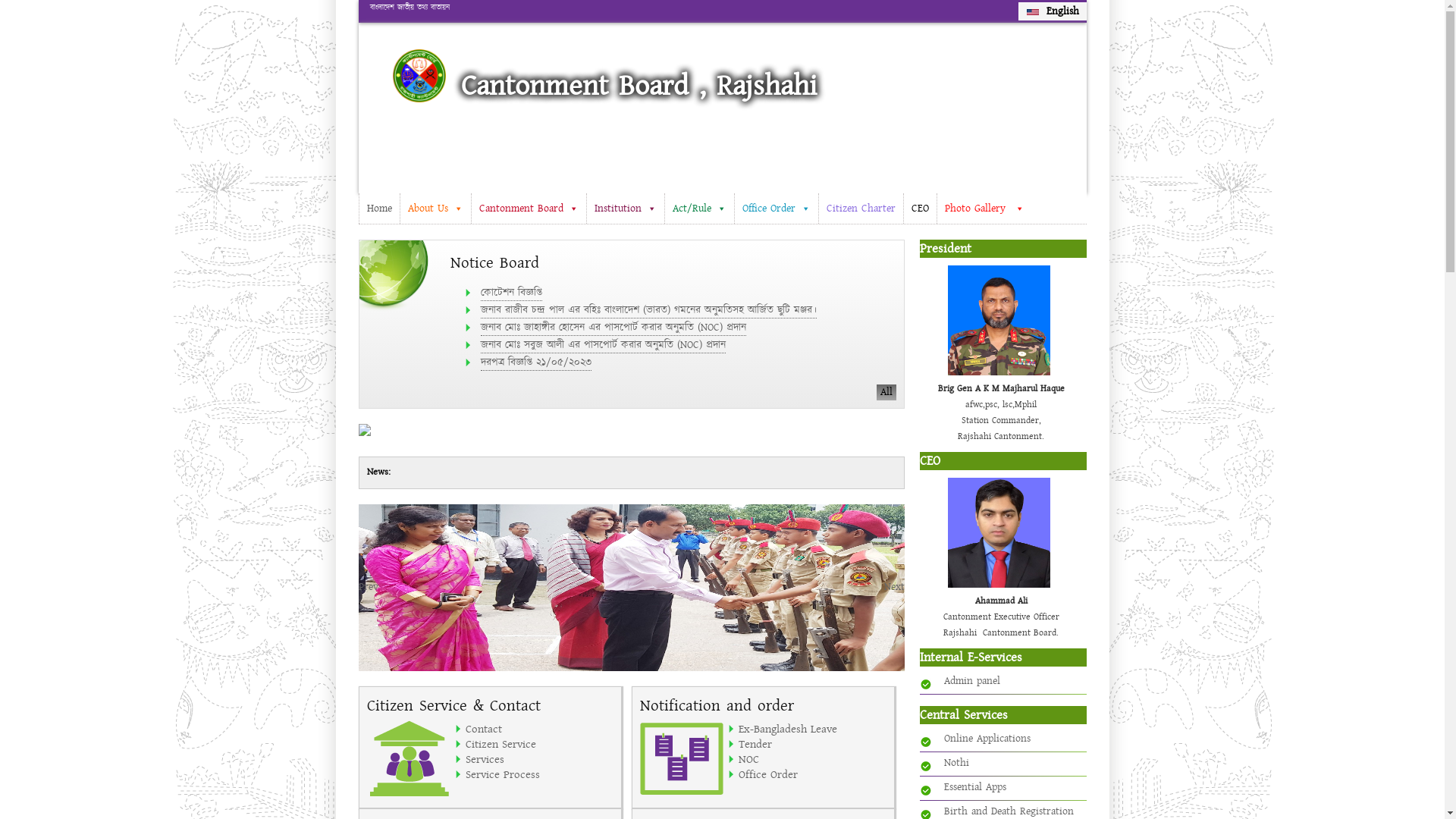 This screenshot has height=819, width=1456. What do you see at coordinates (1051, 11) in the screenshot?
I see `'English'` at bounding box center [1051, 11].